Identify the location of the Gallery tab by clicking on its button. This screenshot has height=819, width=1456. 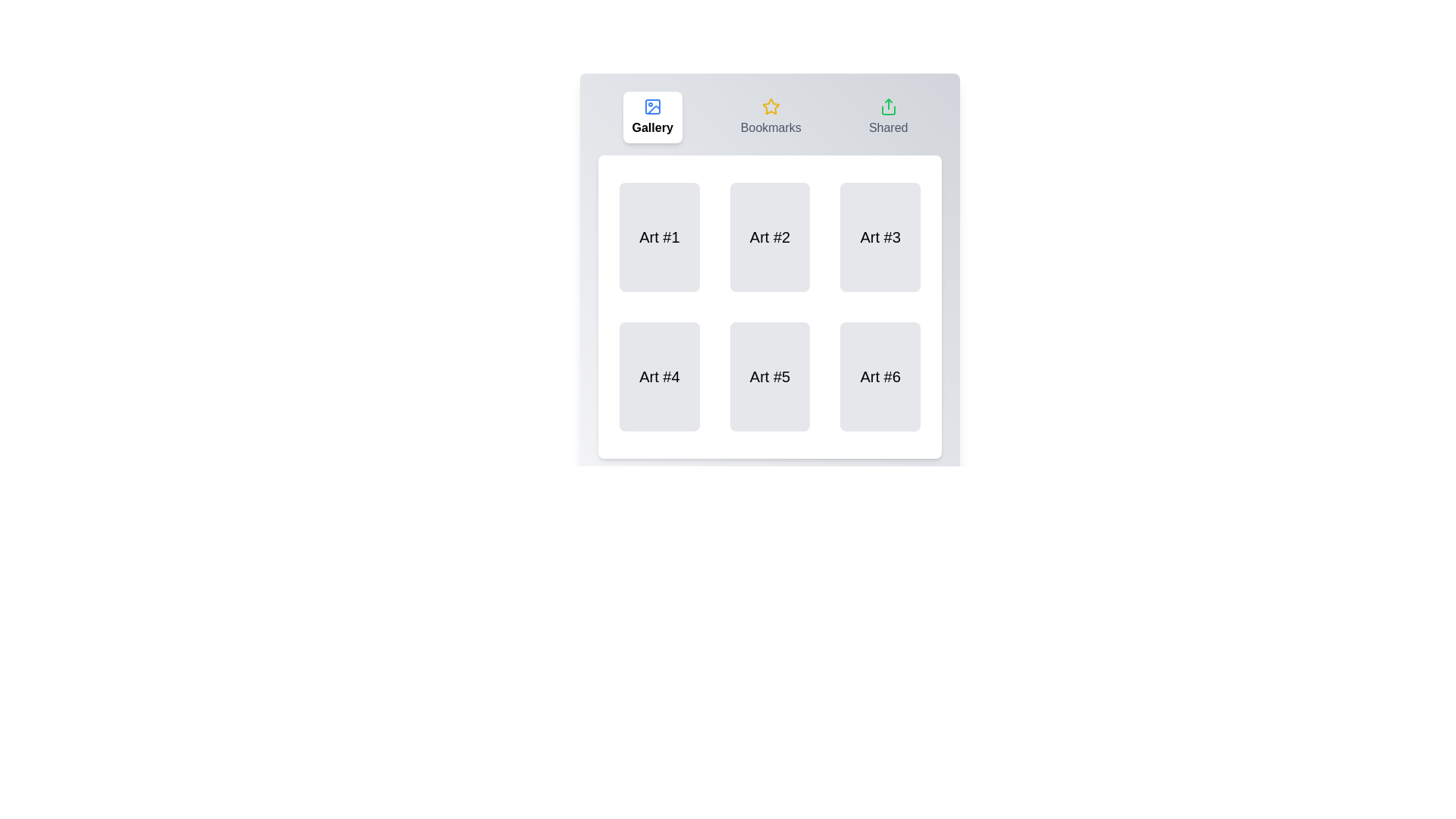
(652, 116).